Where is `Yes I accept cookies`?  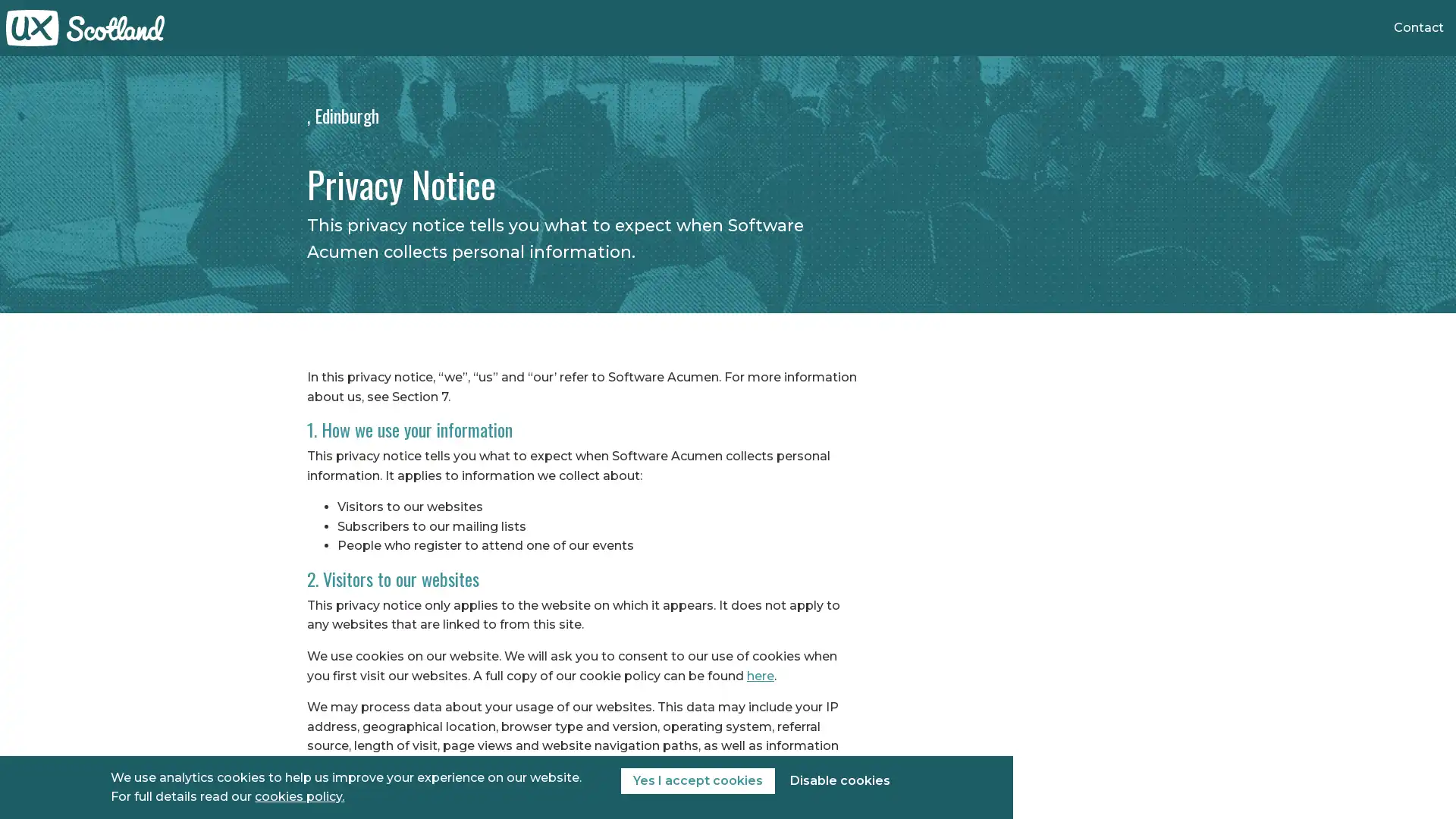 Yes I accept cookies is located at coordinates (696, 780).